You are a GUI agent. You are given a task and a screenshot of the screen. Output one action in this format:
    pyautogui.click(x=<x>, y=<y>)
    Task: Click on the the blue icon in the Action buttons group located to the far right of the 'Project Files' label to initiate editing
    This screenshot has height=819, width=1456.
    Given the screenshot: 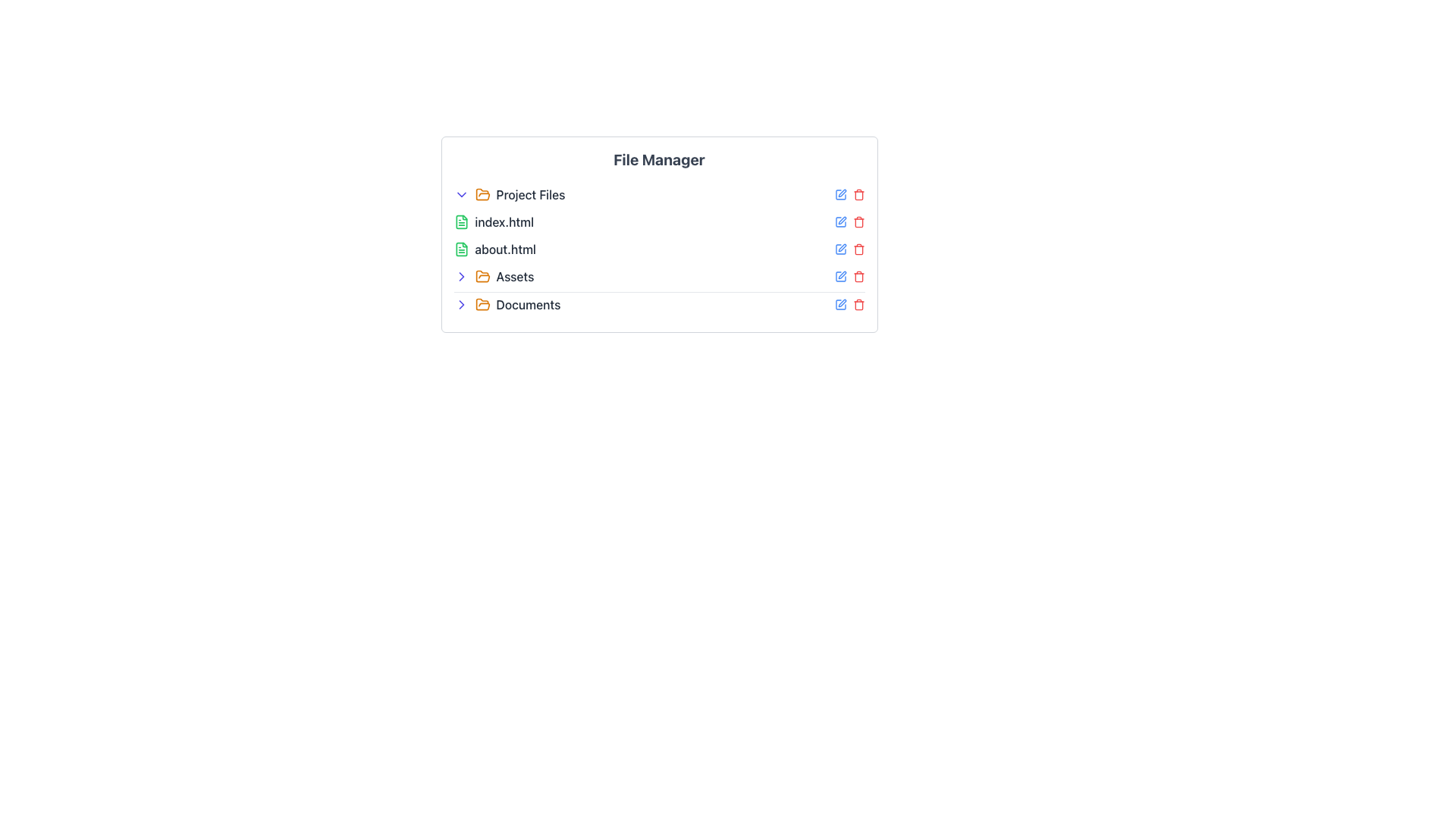 What is the action you would take?
    pyautogui.click(x=849, y=194)
    